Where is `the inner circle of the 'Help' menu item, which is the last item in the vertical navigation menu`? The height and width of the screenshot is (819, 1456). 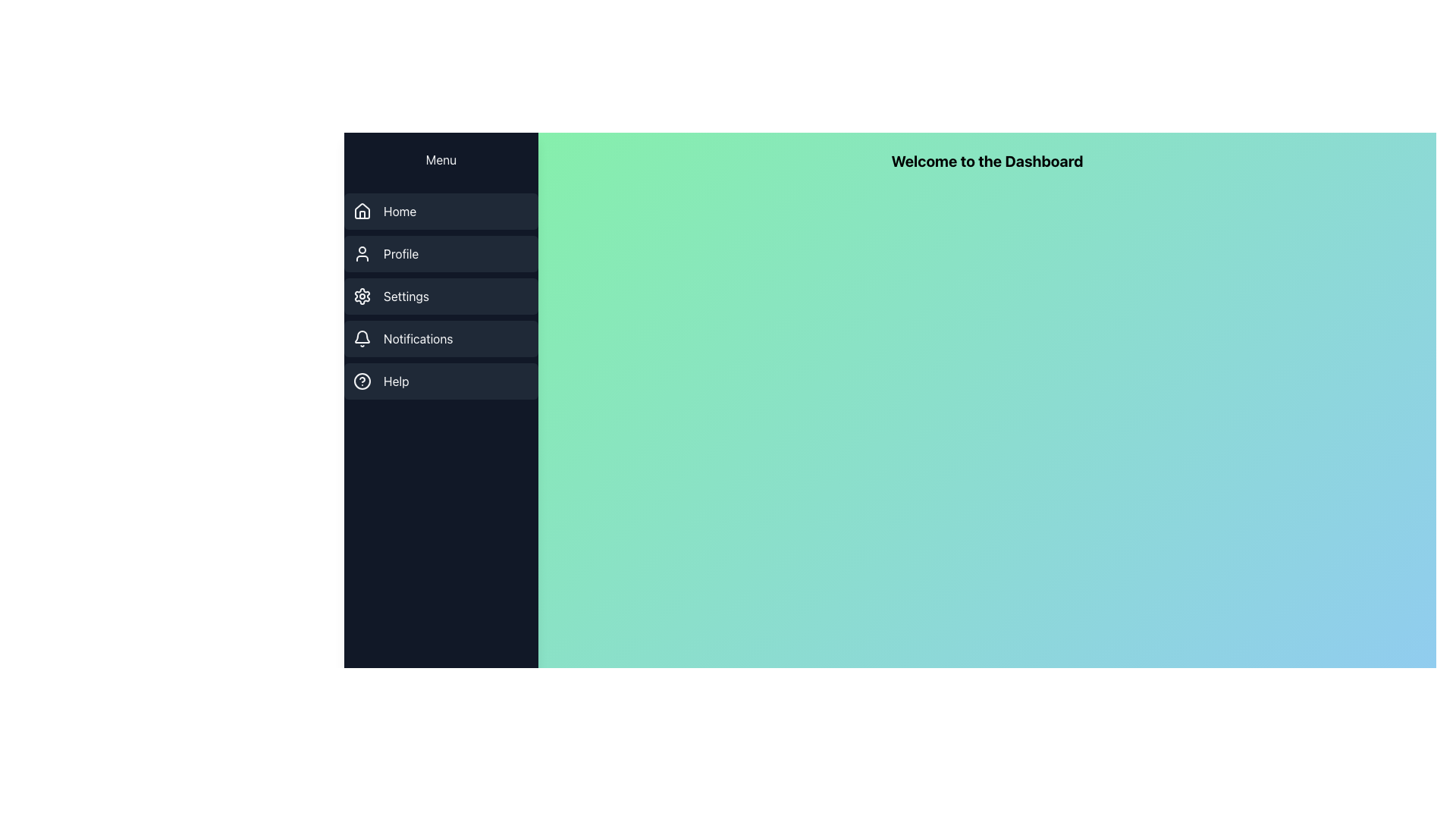
the inner circle of the 'Help' menu item, which is the last item in the vertical navigation menu is located at coordinates (362, 380).